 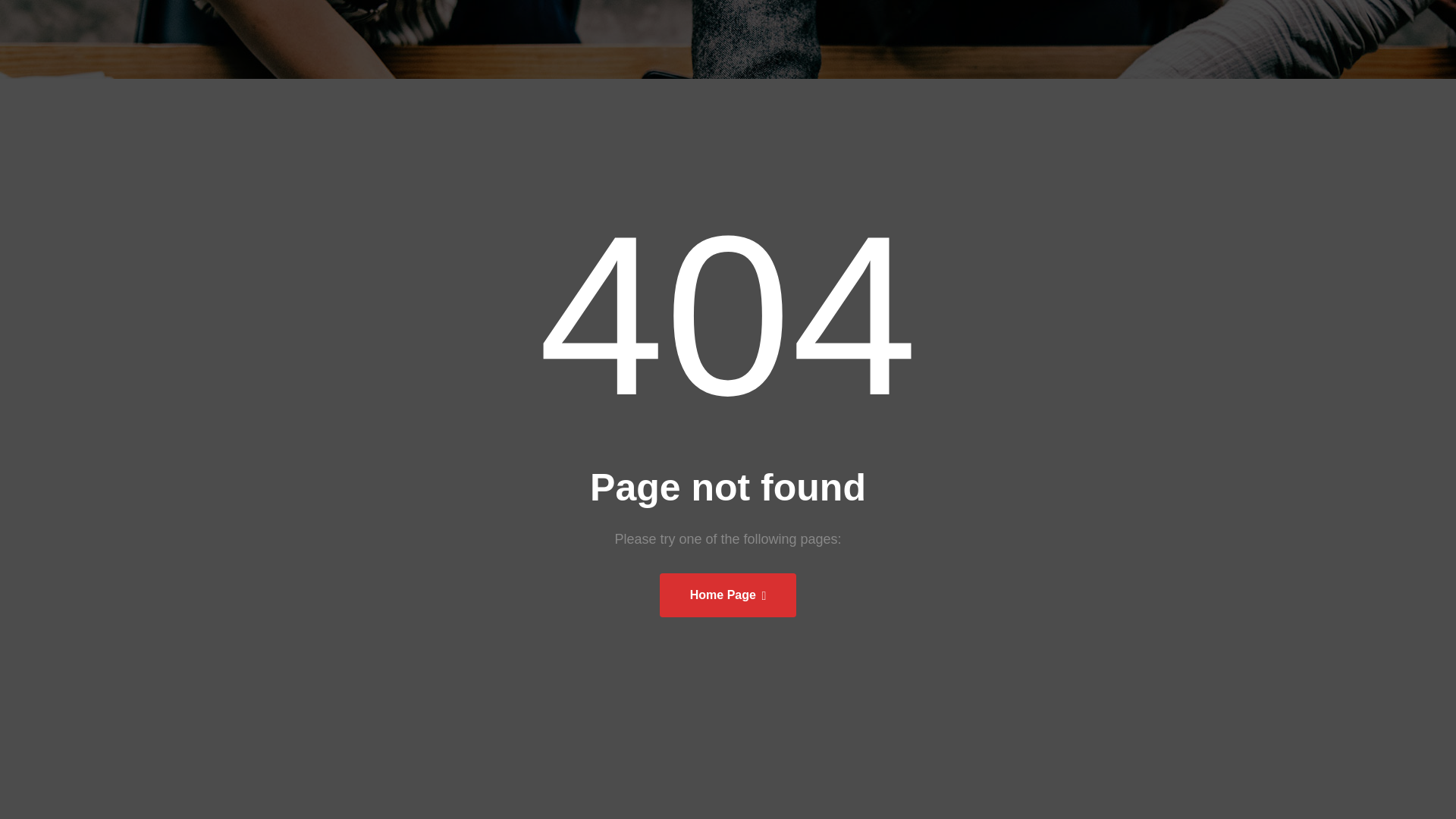 What do you see at coordinates (728, 595) in the screenshot?
I see `'Home Page'` at bounding box center [728, 595].